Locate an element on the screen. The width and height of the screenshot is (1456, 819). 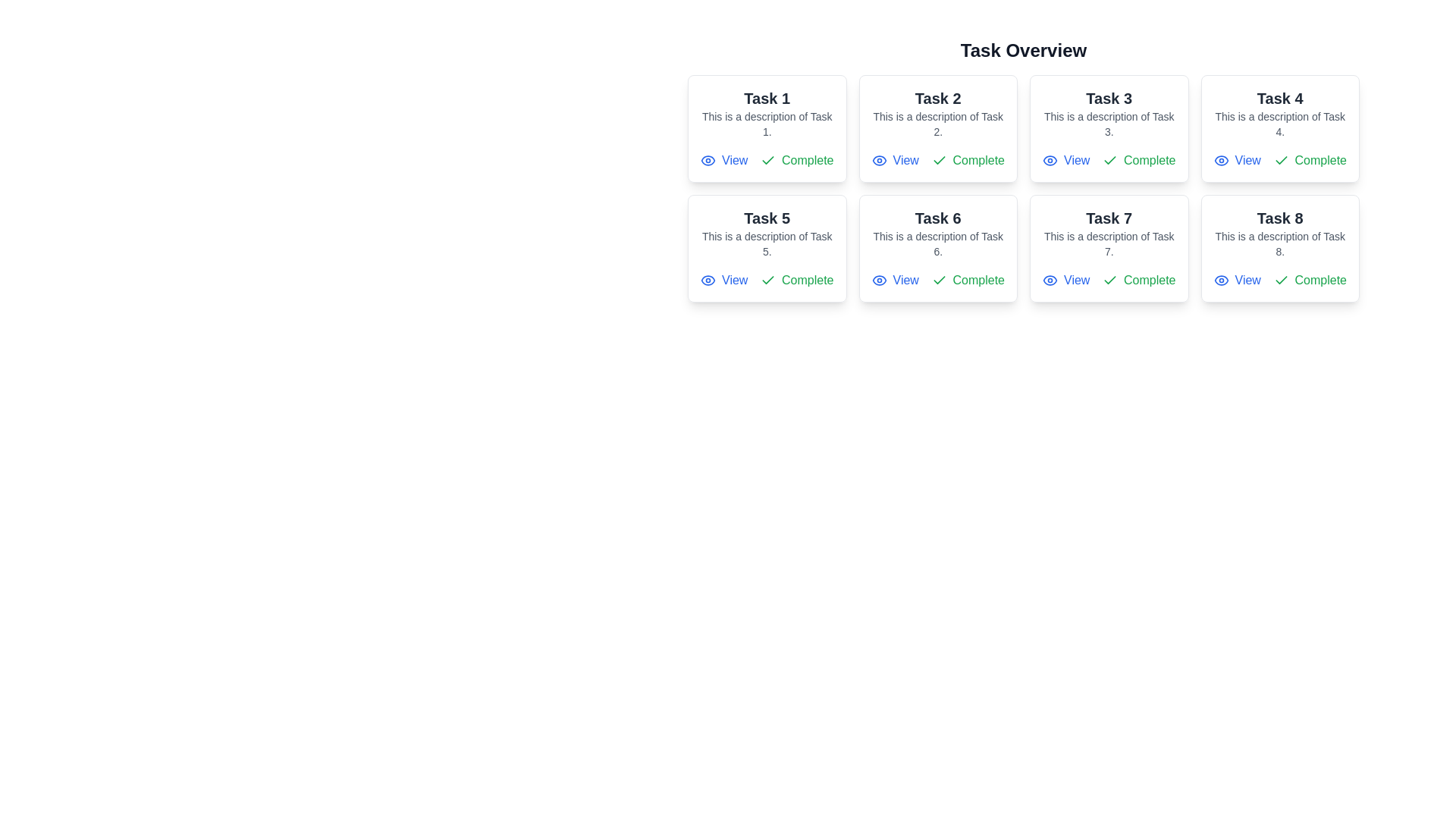
the descriptive label providing information about 'Task 2,' which is positioned beneath the title 'Task 2' and above the 'View' and 'Complete' buttons is located at coordinates (937, 124).